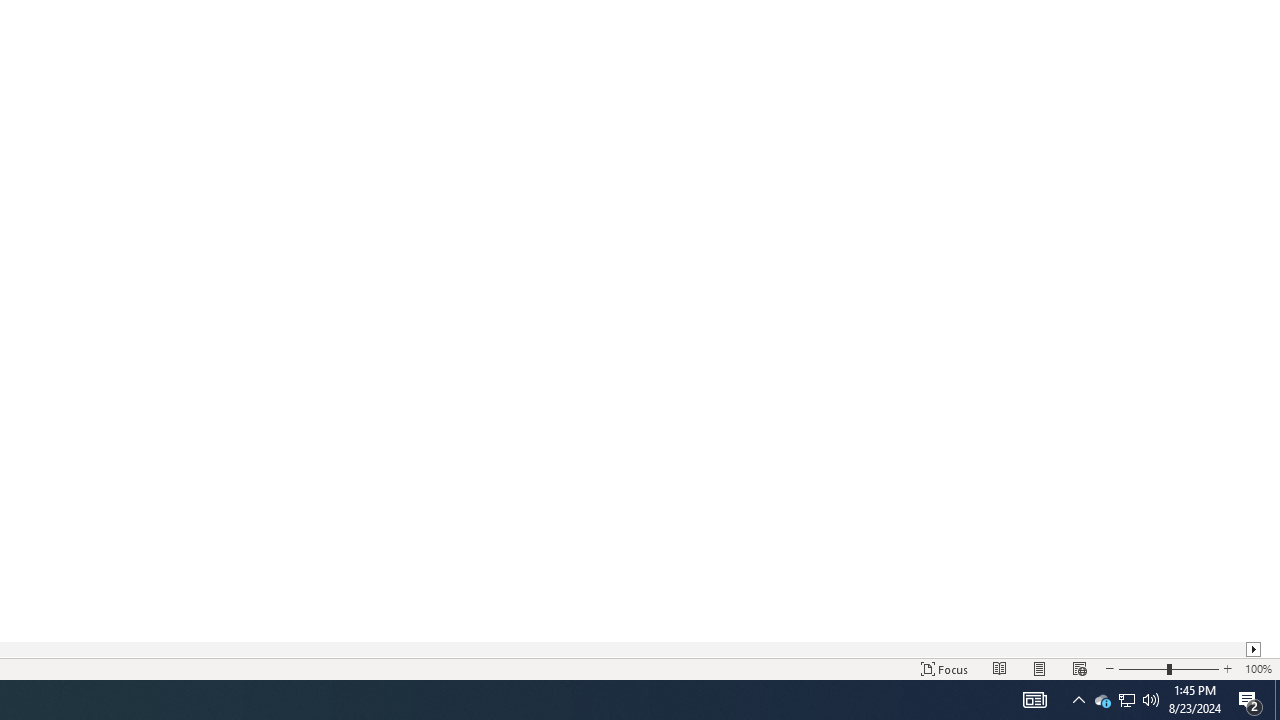  Describe the element at coordinates (943, 669) in the screenshot. I see `'Focus '` at that location.